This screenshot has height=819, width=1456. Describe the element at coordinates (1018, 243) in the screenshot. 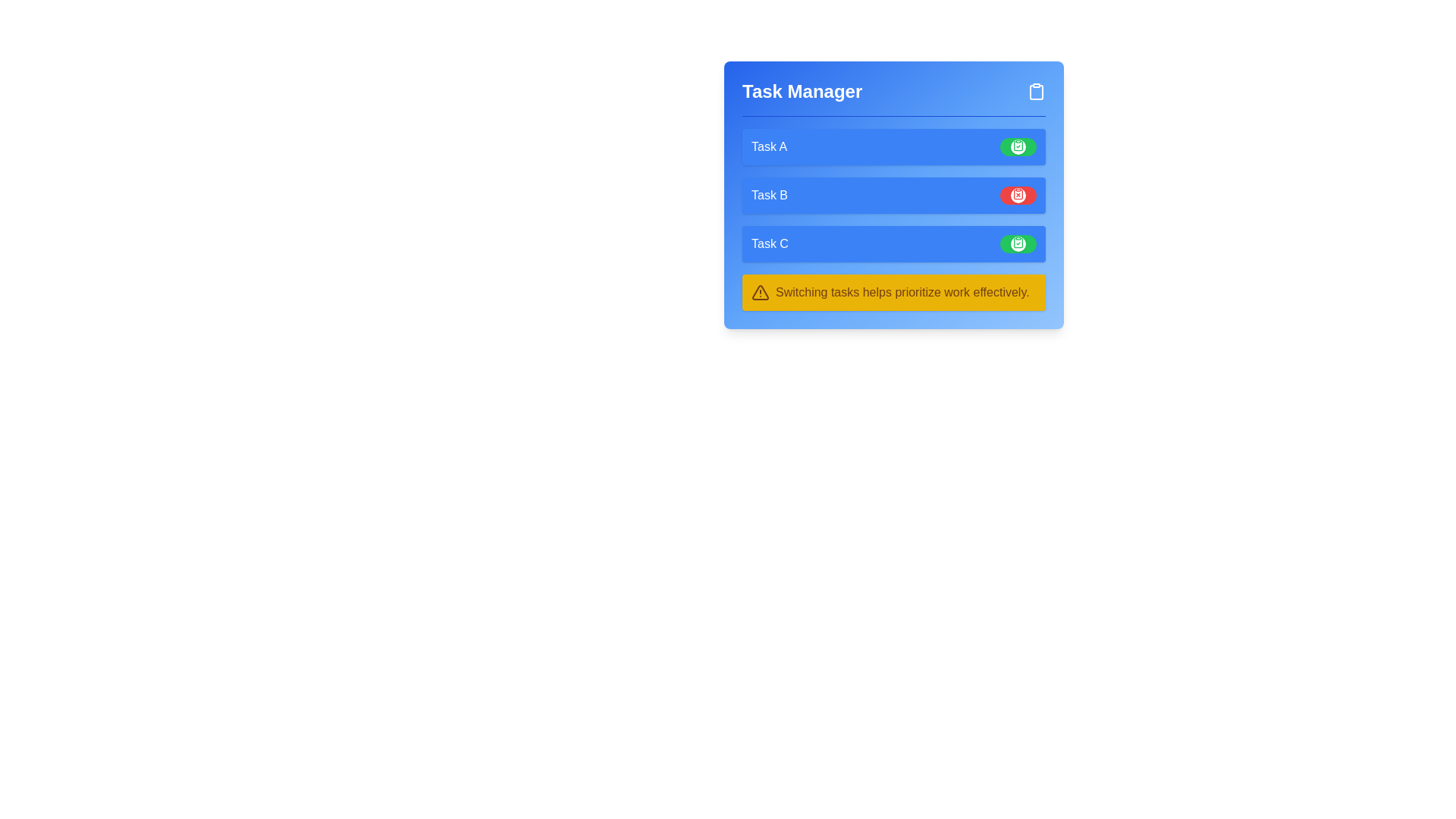

I see `the toggle switch located on the right side of the 'Task C' row in the task management interface` at that location.